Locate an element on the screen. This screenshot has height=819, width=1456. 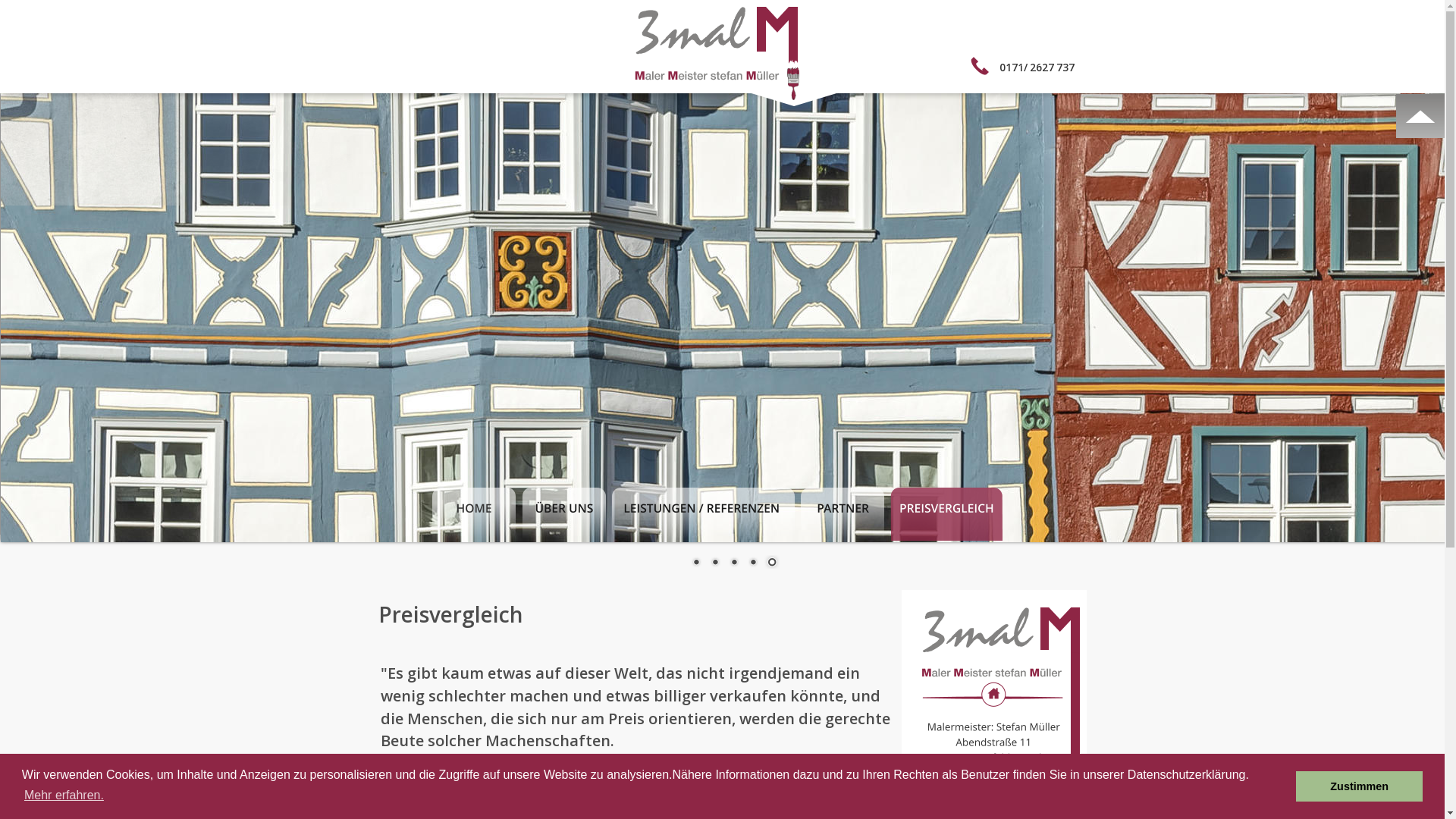
'2' is located at coordinates (714, 563).